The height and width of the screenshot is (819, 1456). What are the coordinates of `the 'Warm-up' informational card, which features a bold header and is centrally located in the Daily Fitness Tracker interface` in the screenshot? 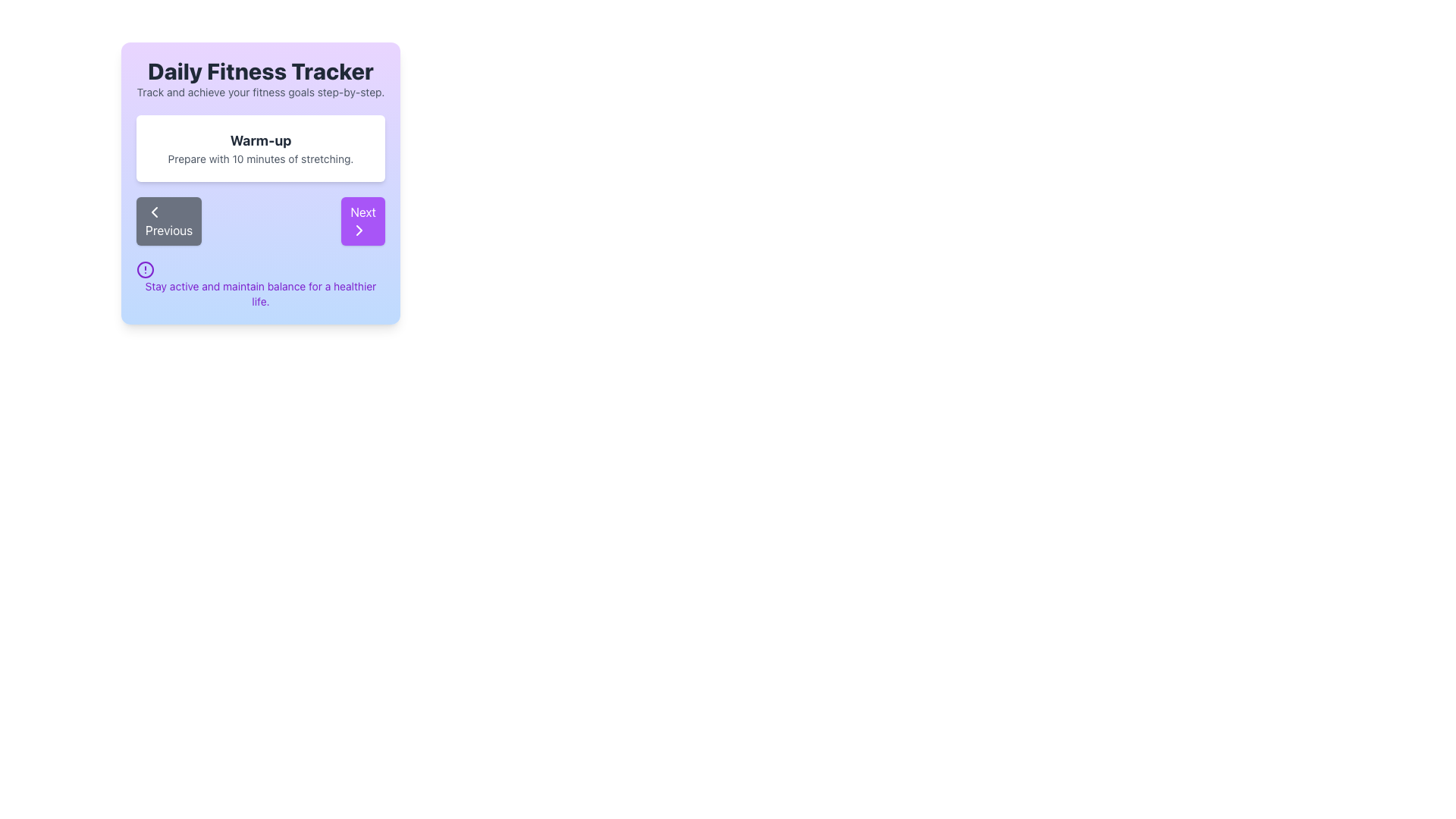 It's located at (261, 149).